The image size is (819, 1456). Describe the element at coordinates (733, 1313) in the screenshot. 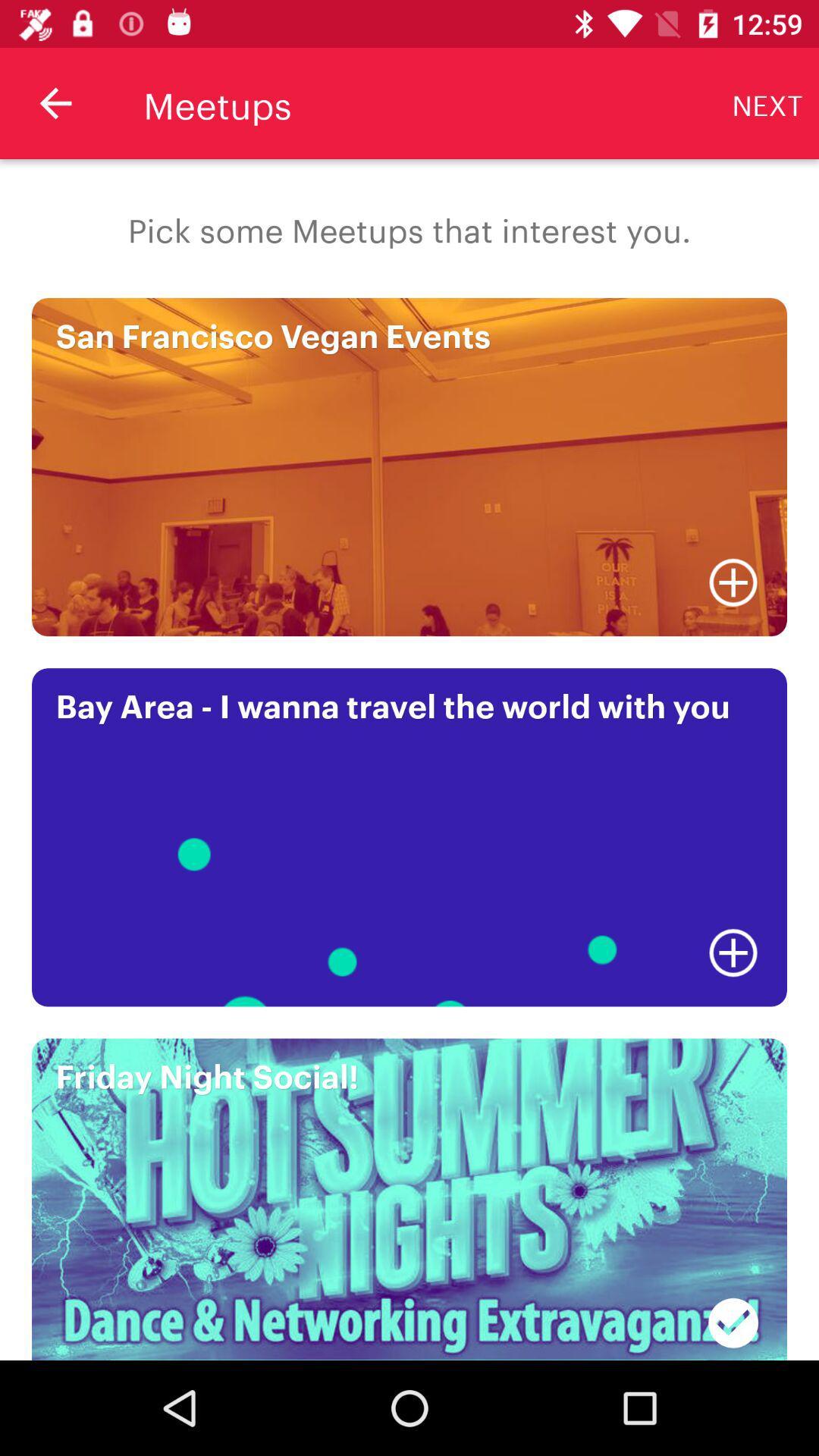

I see `the button at the bottom right corner` at that location.